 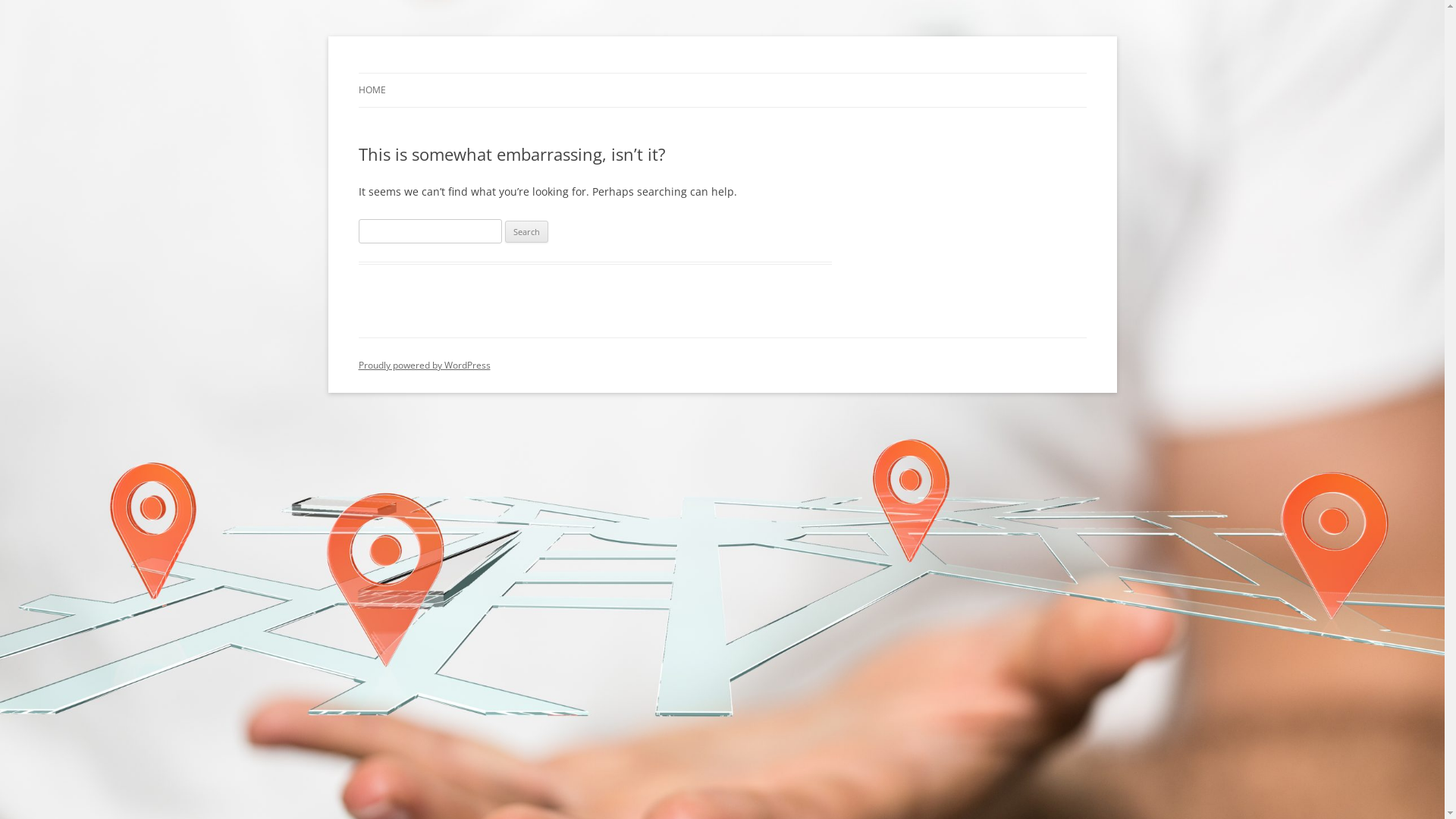 What do you see at coordinates (356, 90) in the screenshot?
I see `'HOME'` at bounding box center [356, 90].